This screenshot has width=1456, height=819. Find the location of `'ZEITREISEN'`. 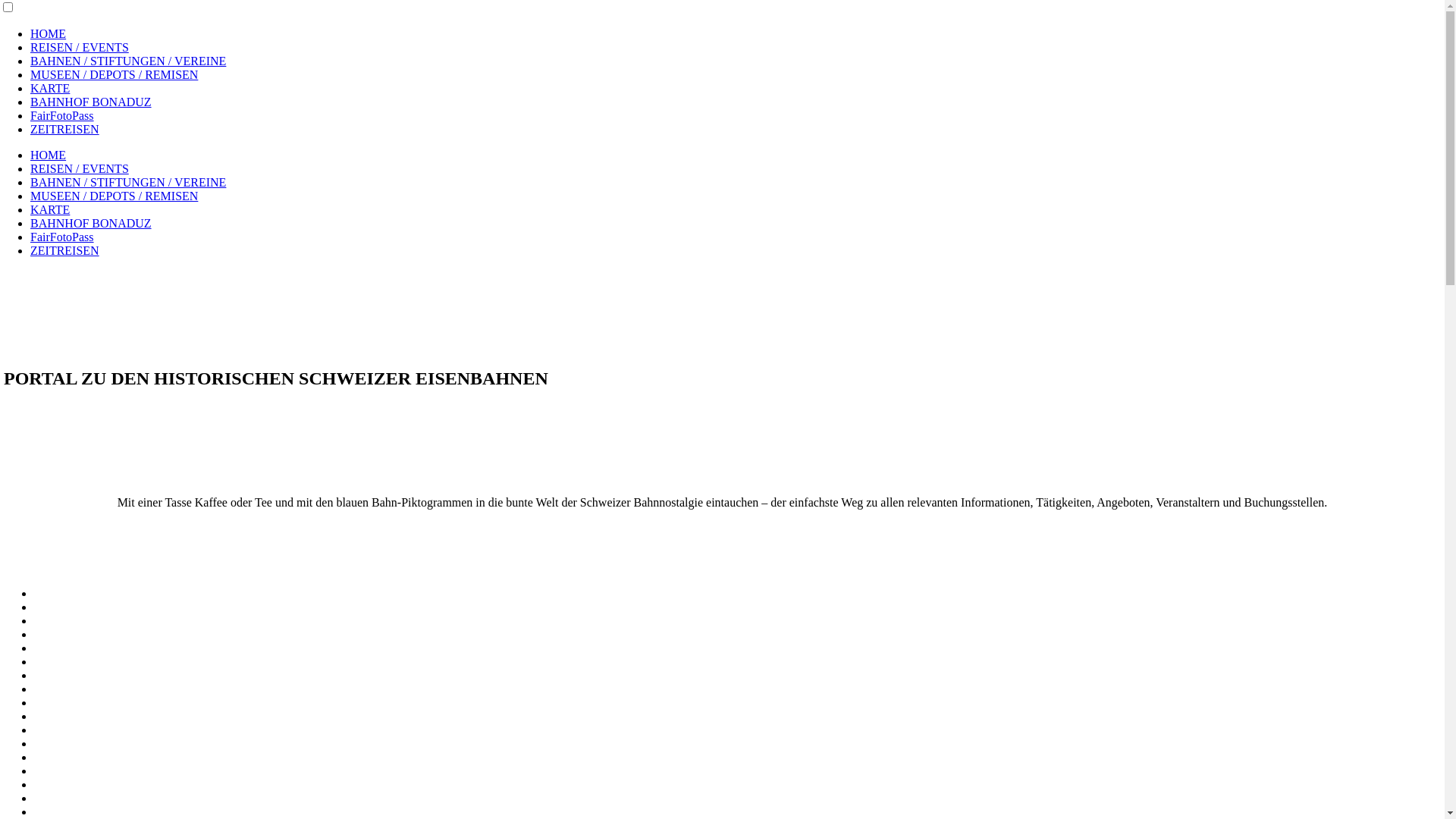

'ZEITREISEN' is located at coordinates (64, 128).